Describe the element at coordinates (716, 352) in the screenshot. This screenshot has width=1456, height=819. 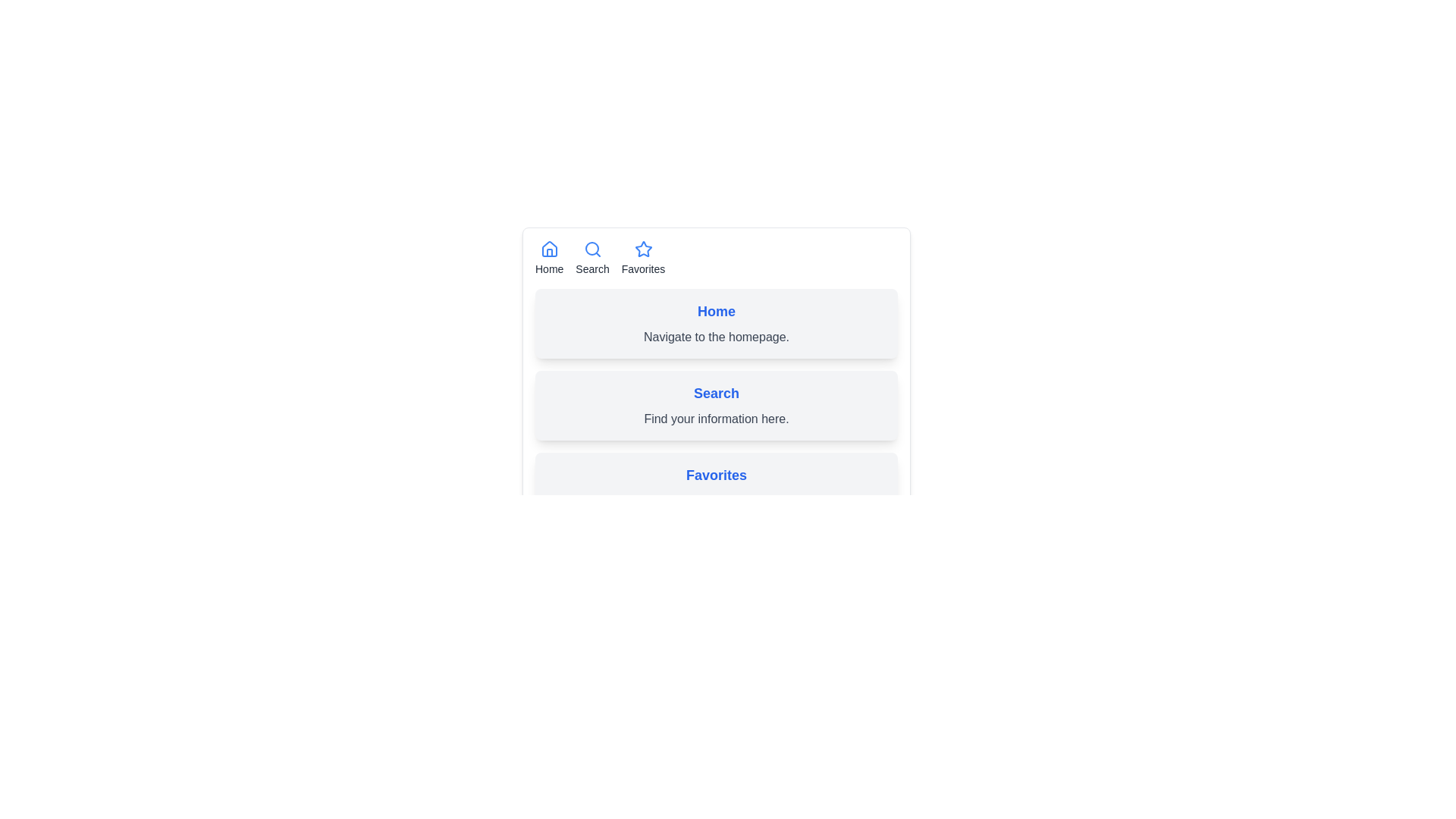
I see `the Static Content Block that is the first card in a vertically stacked group, featuring a bold blue title 'Home' and a smaller gray subtitle 'Navigate to the homepage.'` at that location.